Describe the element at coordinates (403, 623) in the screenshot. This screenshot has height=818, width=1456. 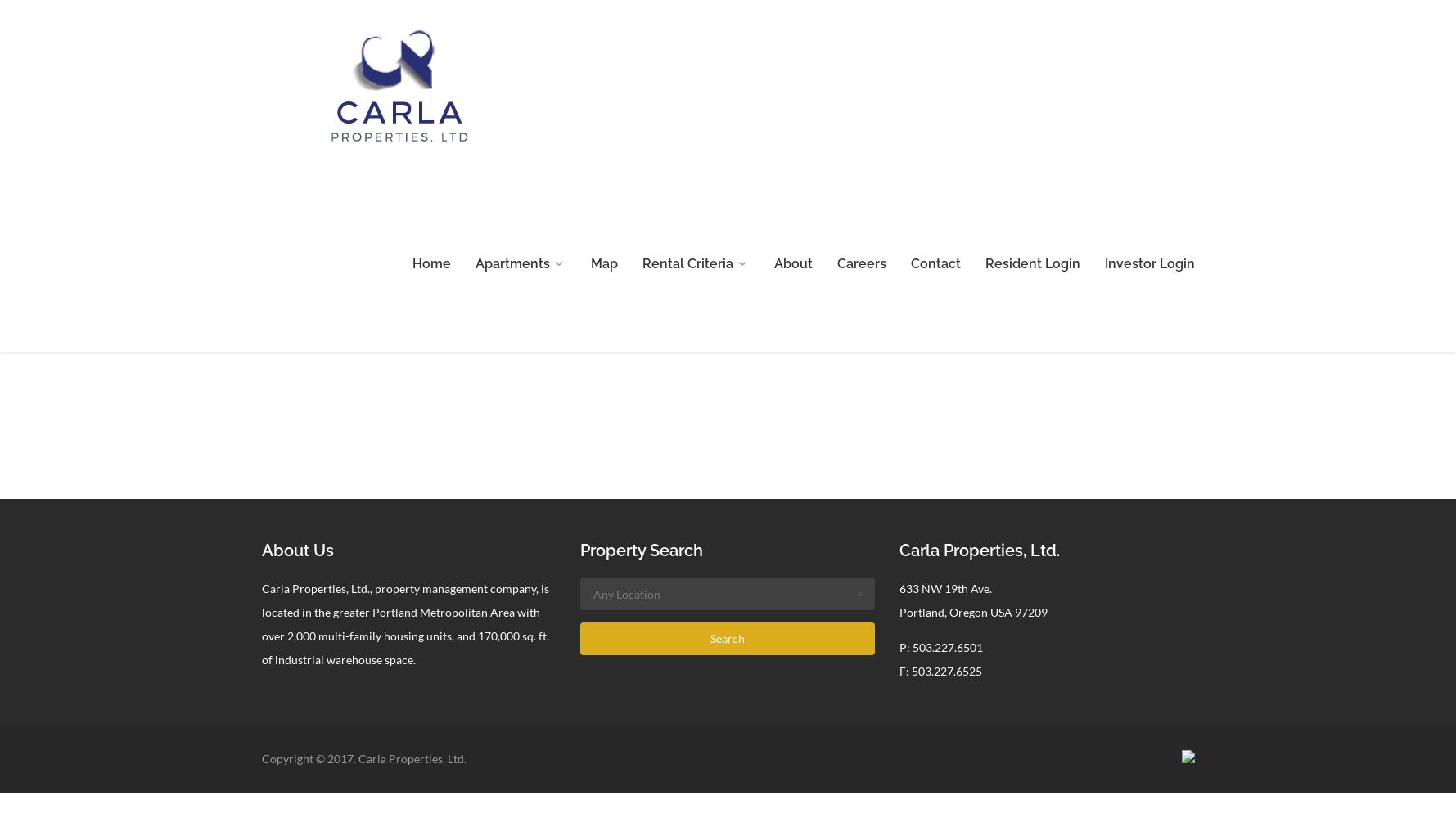
I see `'Carla Properties, Ltd., property management company, is located in the greater Portland Metropolitan Area with over 2,000 multi-family housing units,  and 170,000 sq. ft. of industrial warehouse space.'` at that location.